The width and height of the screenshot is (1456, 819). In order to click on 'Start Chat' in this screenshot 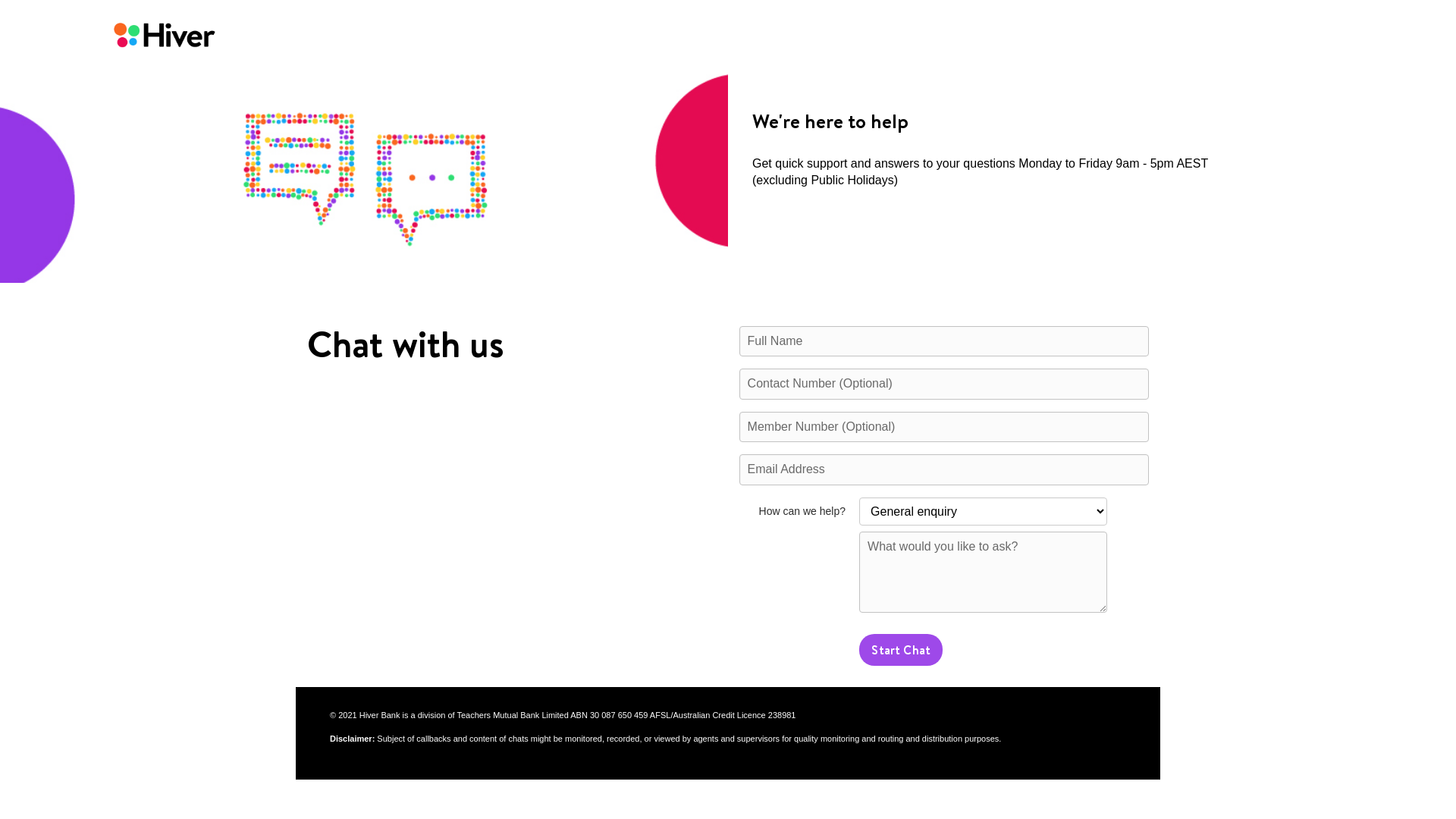, I will do `click(858, 648)`.